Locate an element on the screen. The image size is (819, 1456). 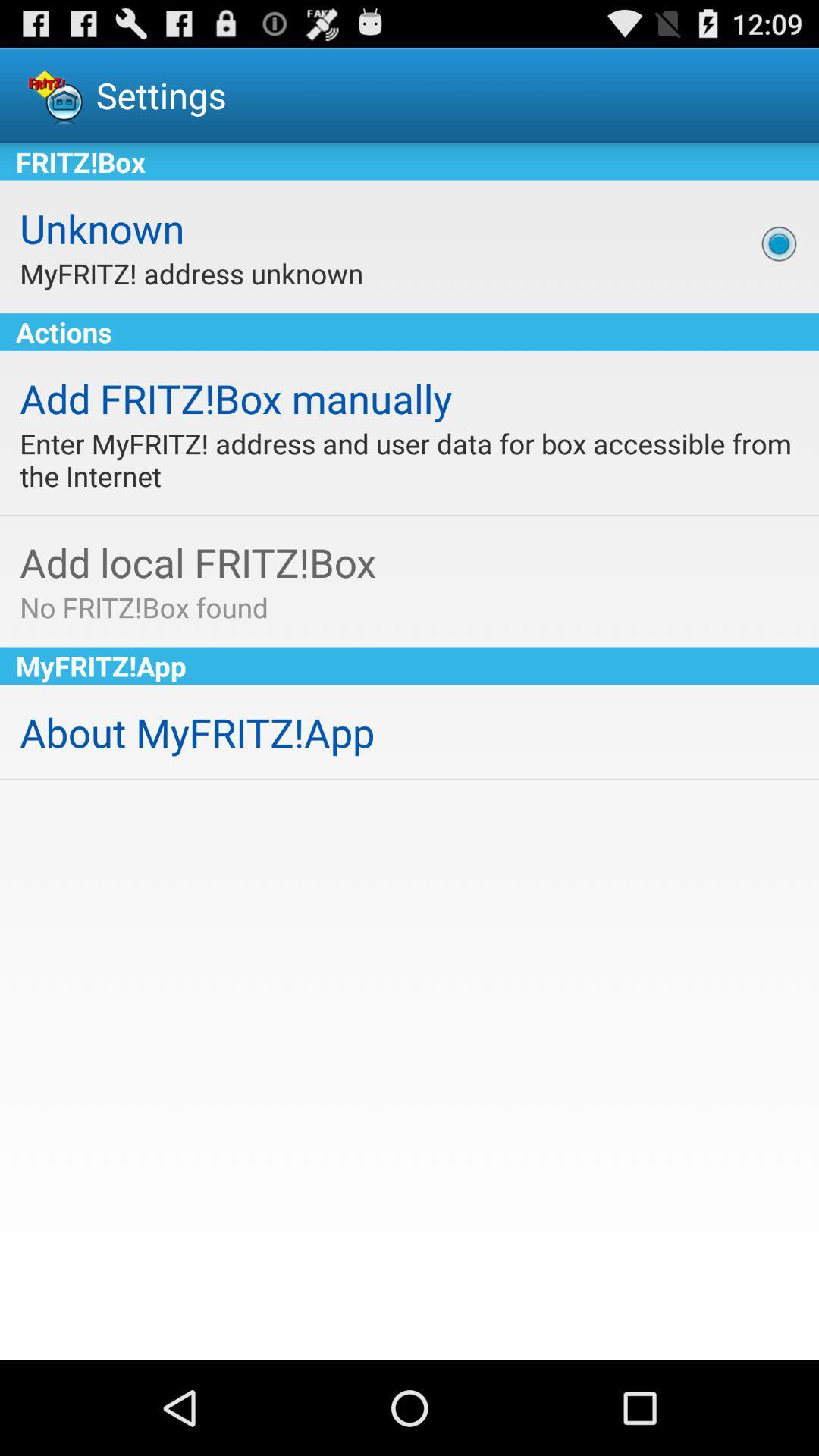
the item at the top right corner is located at coordinates (779, 243).